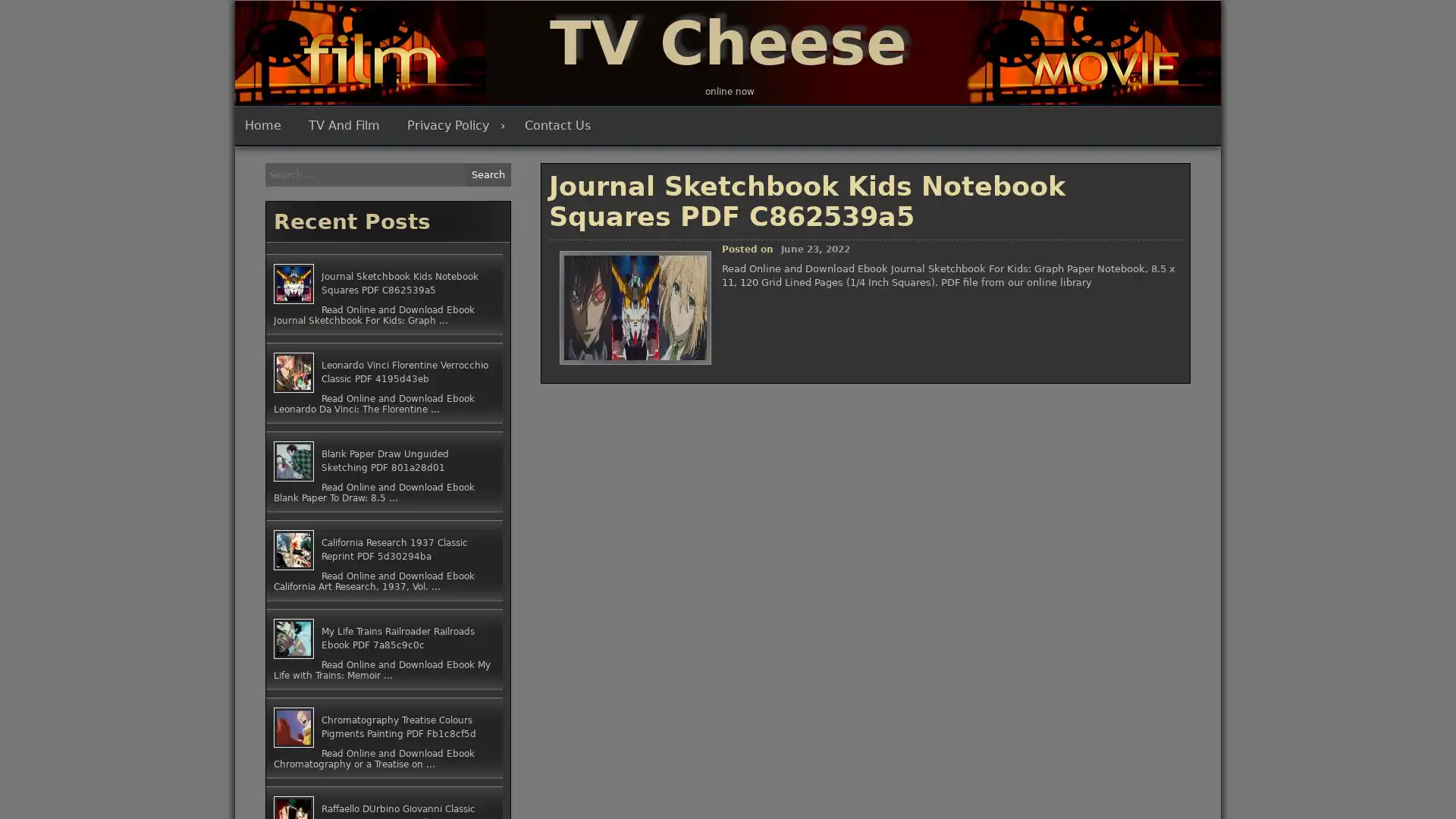 Image resolution: width=1456 pixels, height=819 pixels. I want to click on Search, so click(488, 174).